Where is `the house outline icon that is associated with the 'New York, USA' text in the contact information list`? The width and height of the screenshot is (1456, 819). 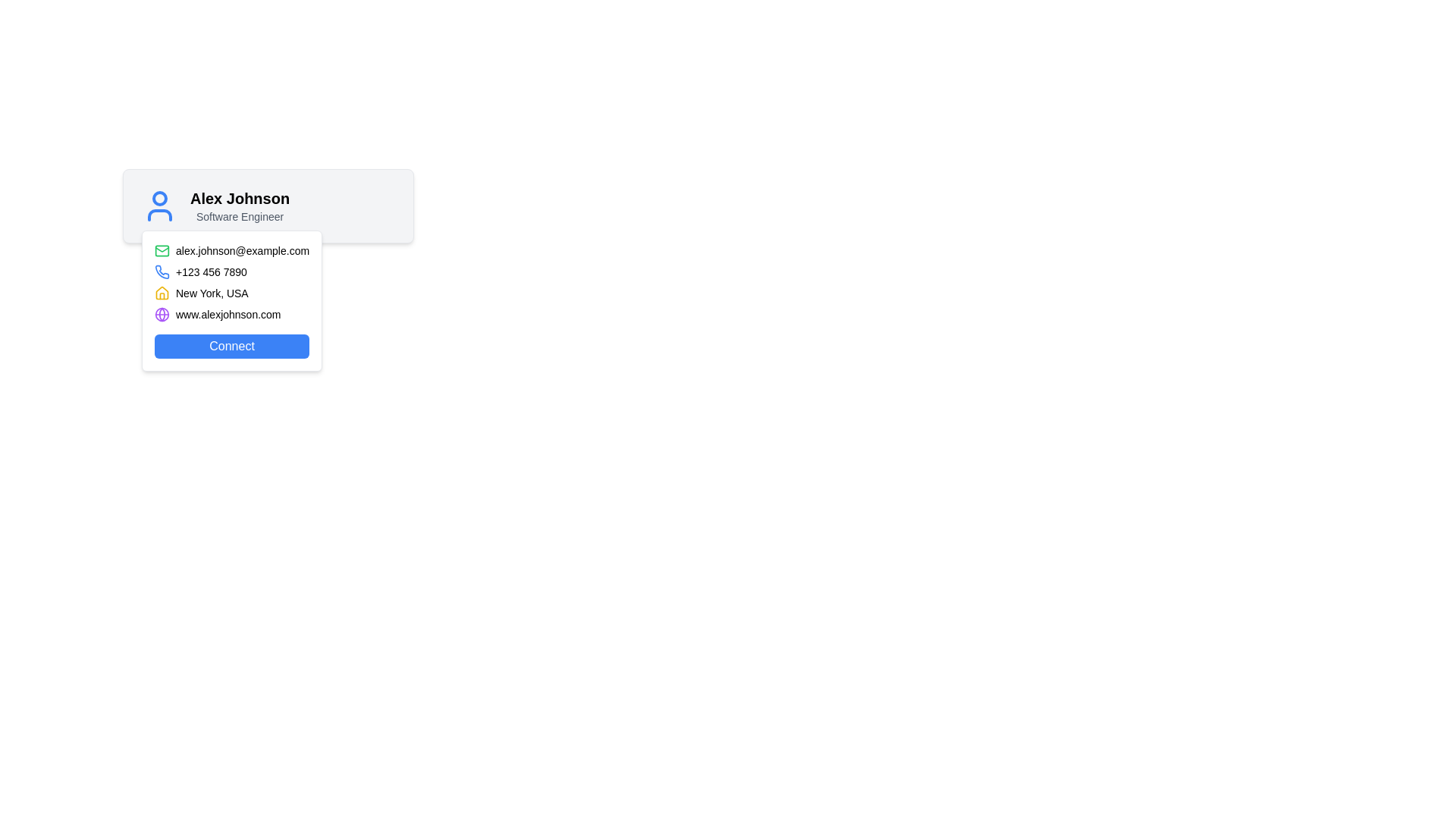
the house outline icon that is associated with the 'New York, USA' text in the contact information list is located at coordinates (162, 292).